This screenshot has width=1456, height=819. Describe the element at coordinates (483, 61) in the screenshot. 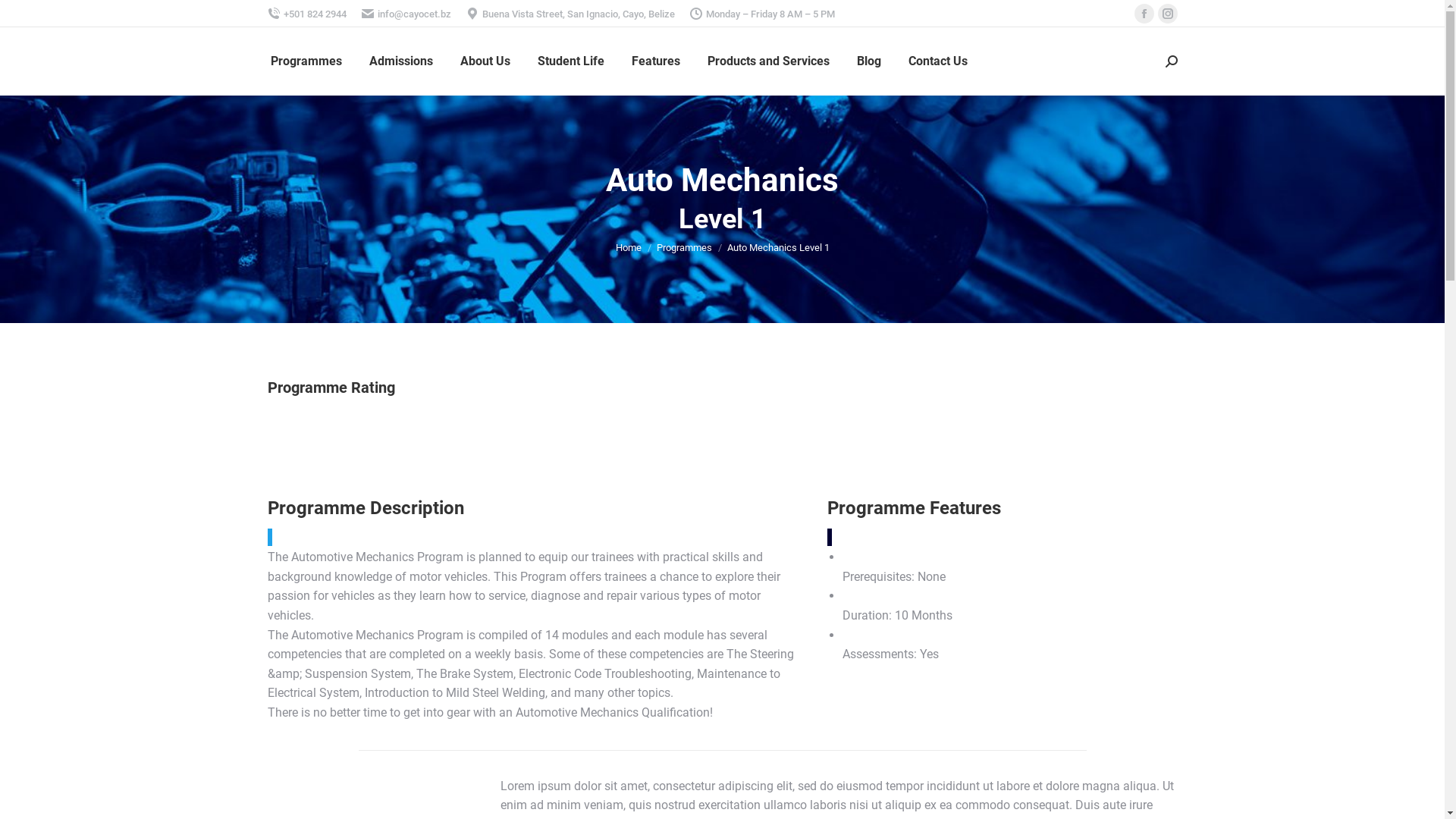

I see `'About Us'` at that location.